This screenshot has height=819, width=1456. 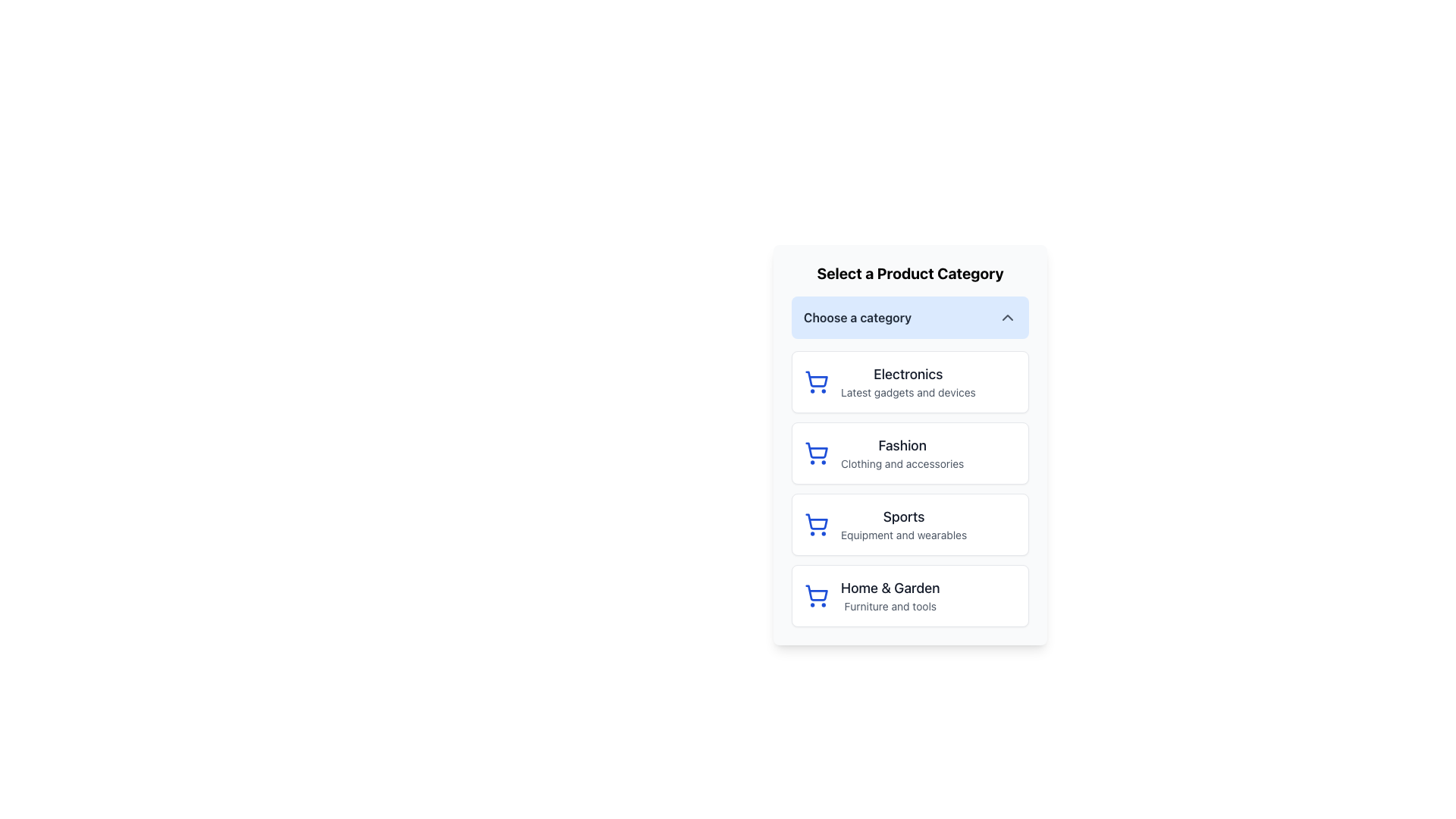 What do you see at coordinates (908, 374) in the screenshot?
I see `the 'Electronics' text label, which is a bold, large font label located within a category card` at bounding box center [908, 374].